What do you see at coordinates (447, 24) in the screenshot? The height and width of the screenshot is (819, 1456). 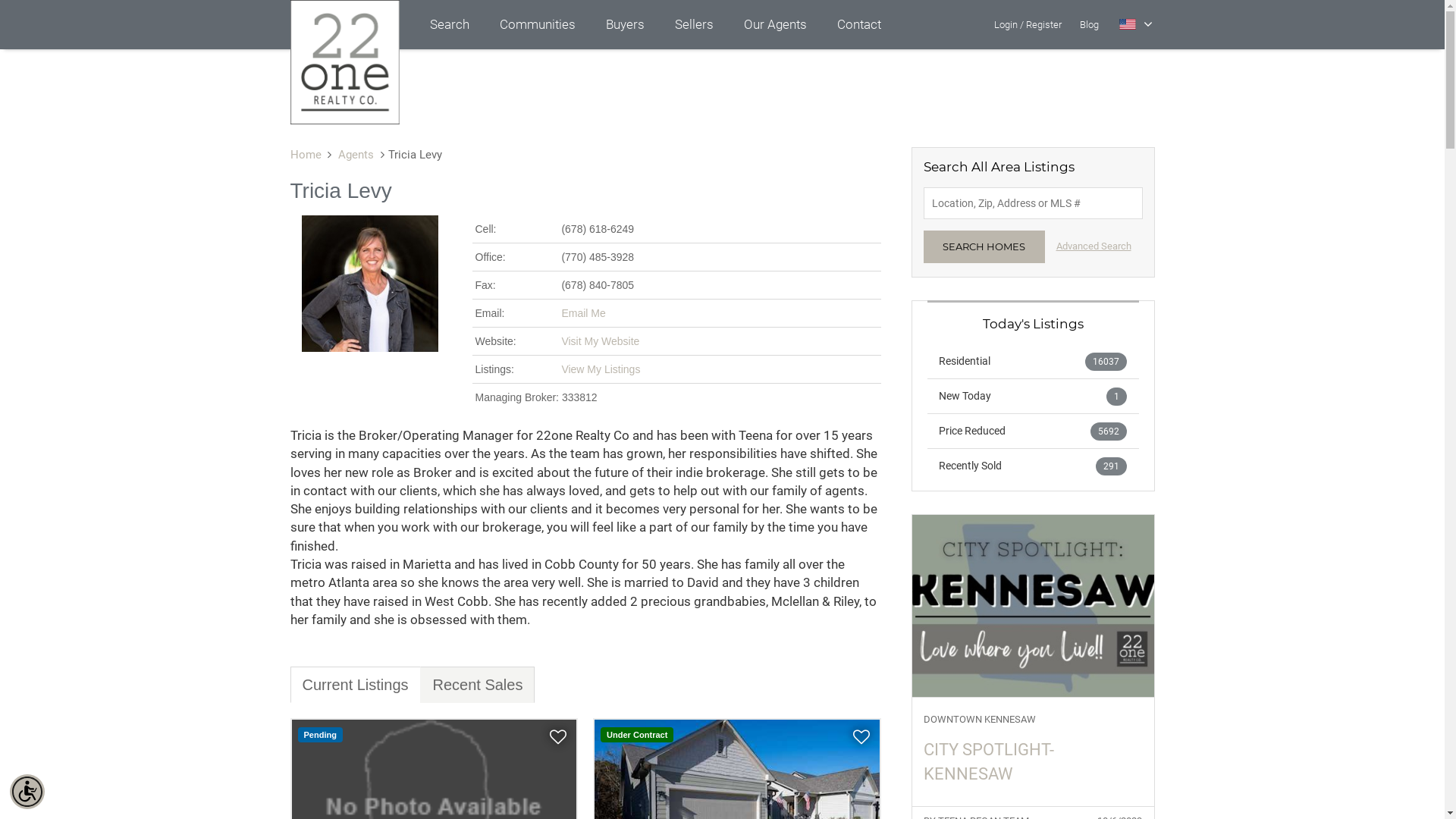 I see `'Search'` at bounding box center [447, 24].